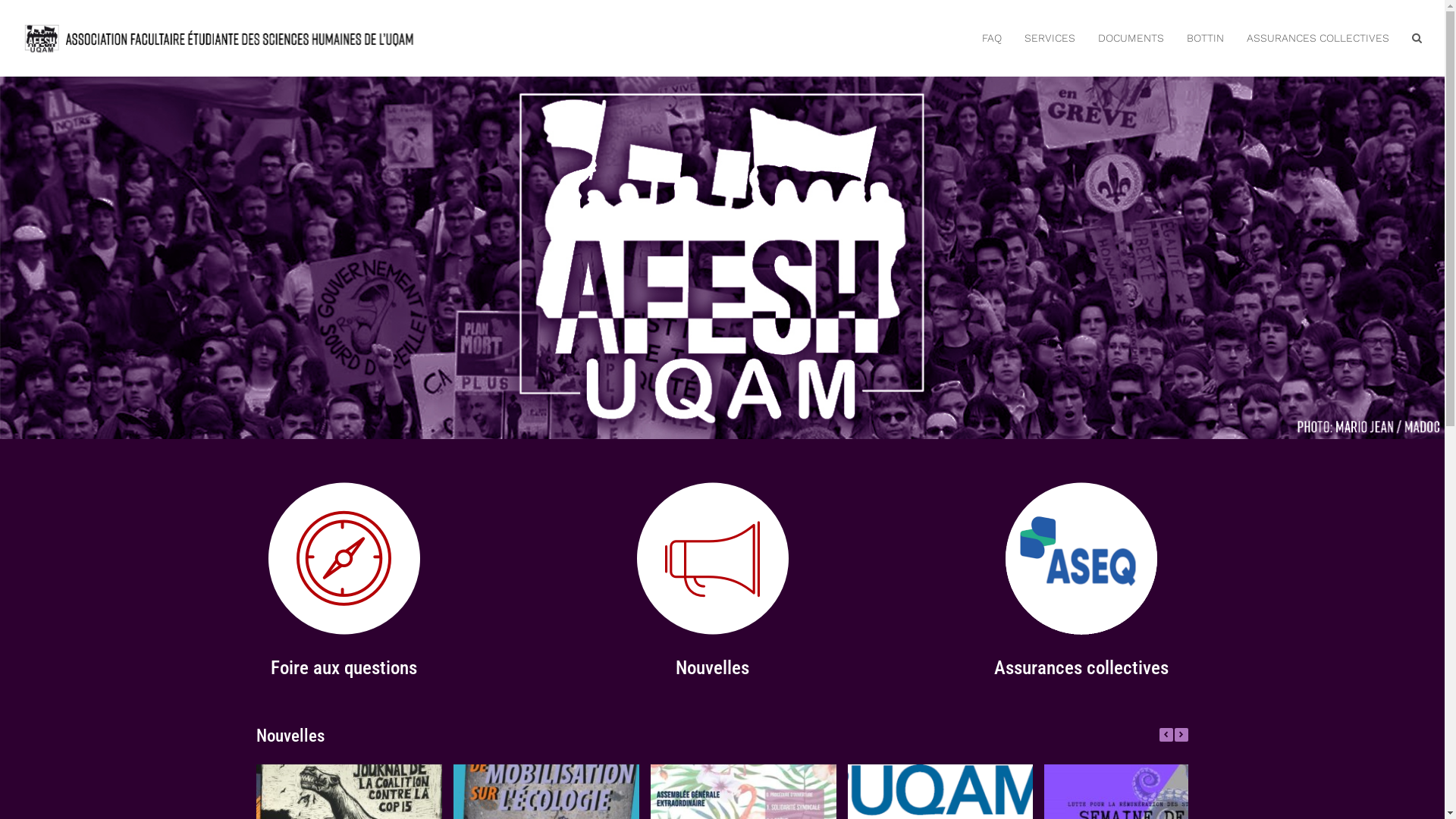 Image resolution: width=1456 pixels, height=819 pixels. I want to click on 'Foire aux questions', so click(270, 667).